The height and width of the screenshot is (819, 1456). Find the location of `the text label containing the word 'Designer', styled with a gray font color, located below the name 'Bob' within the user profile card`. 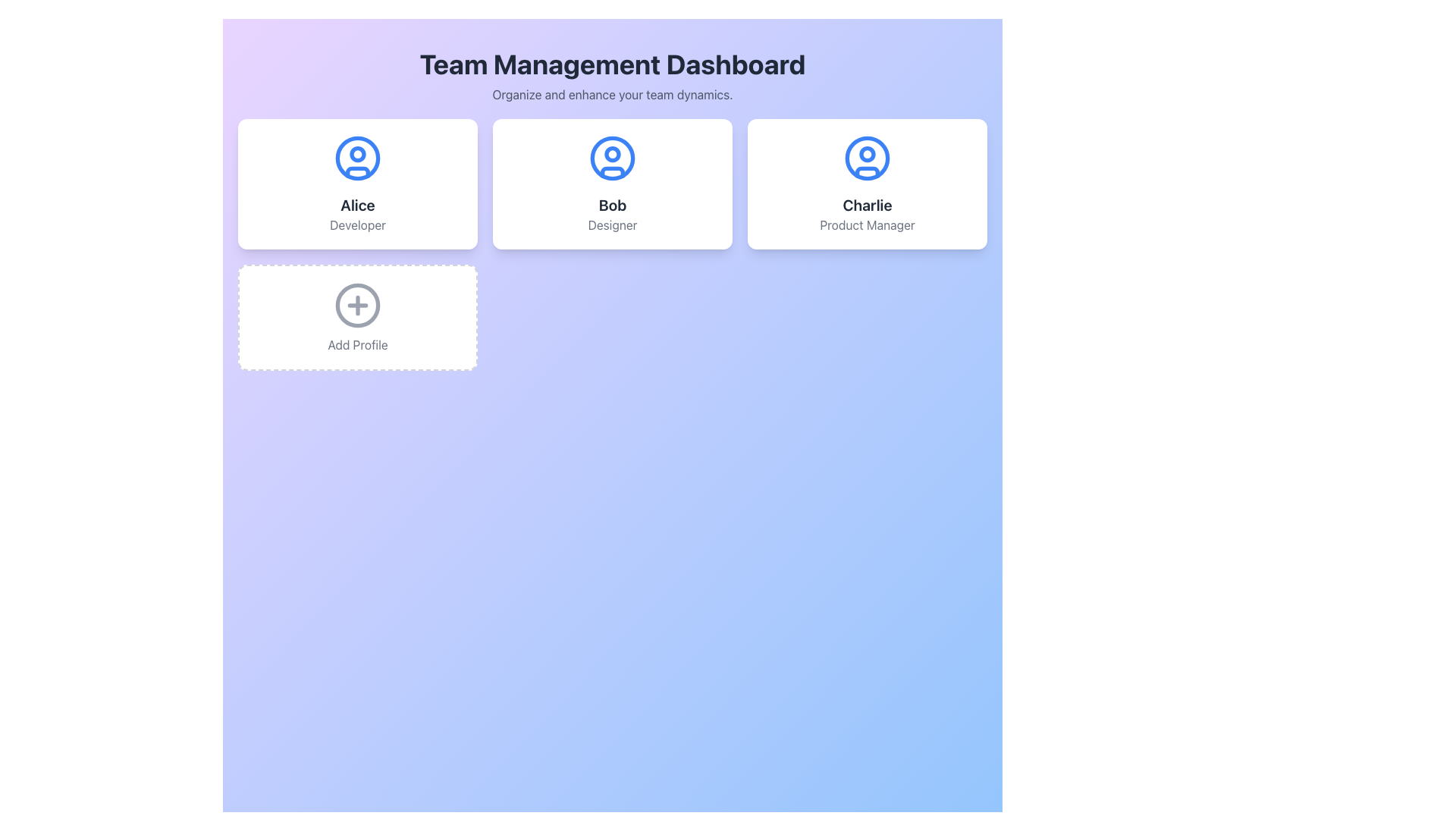

the text label containing the word 'Designer', styled with a gray font color, located below the name 'Bob' within the user profile card is located at coordinates (612, 225).